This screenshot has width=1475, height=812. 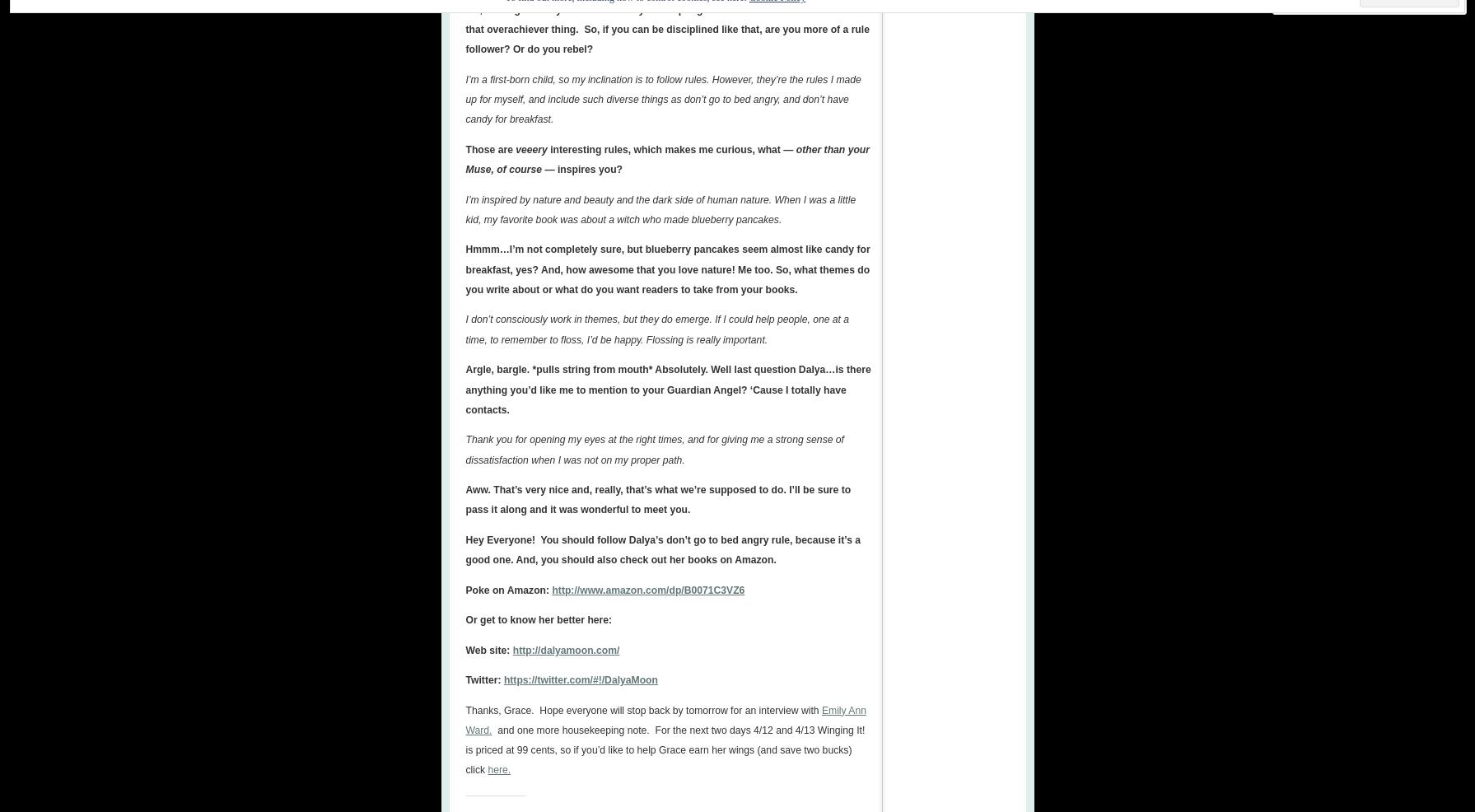 What do you see at coordinates (657, 499) in the screenshot?
I see `'Aww. That’s very nice and, really, that’s what we’re supposed to do. I’ll be sure to pass it along and it was wonderful to meet you.'` at bounding box center [657, 499].